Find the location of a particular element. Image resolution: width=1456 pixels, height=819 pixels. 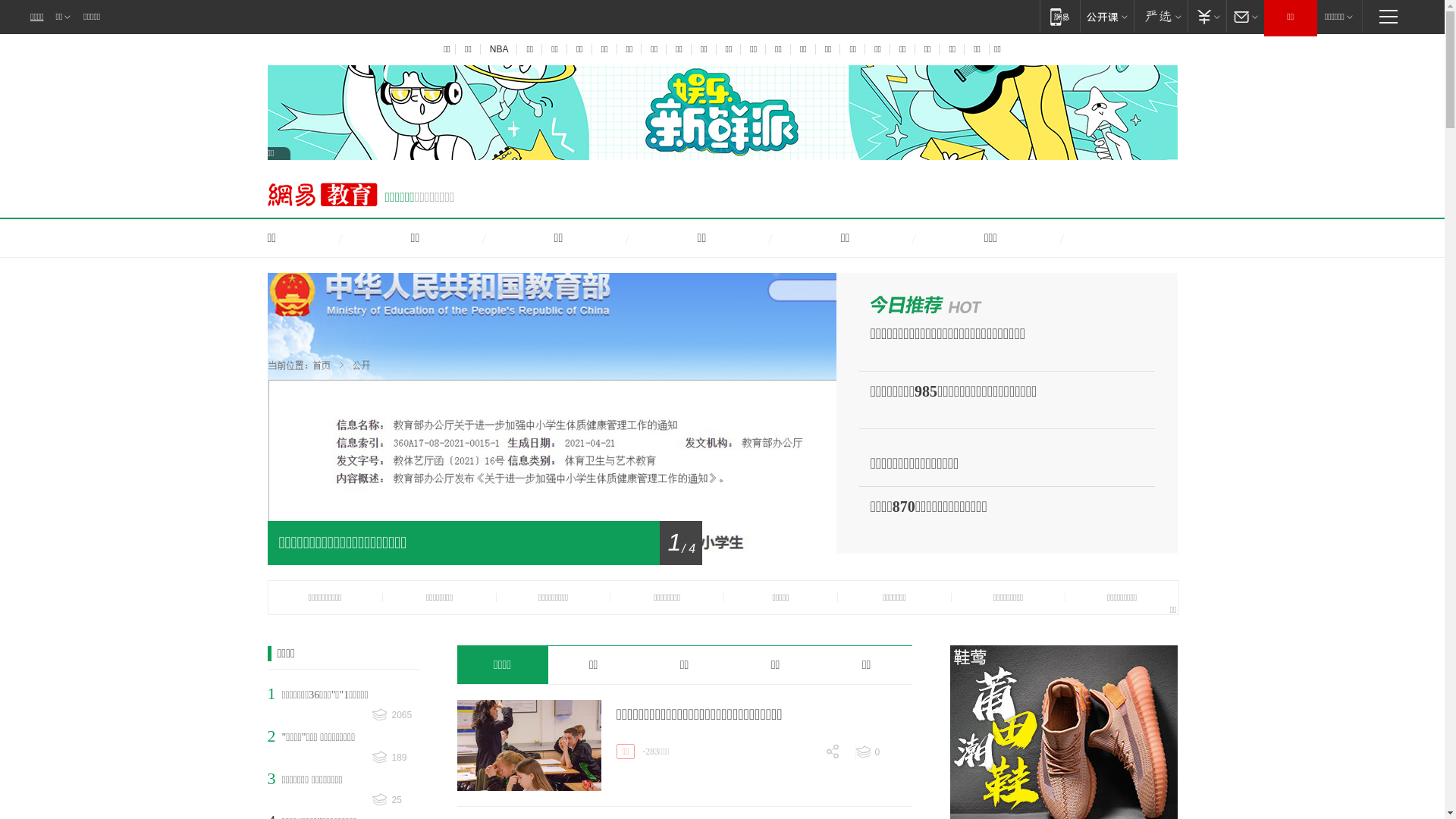

'NBA' is located at coordinates (498, 49).